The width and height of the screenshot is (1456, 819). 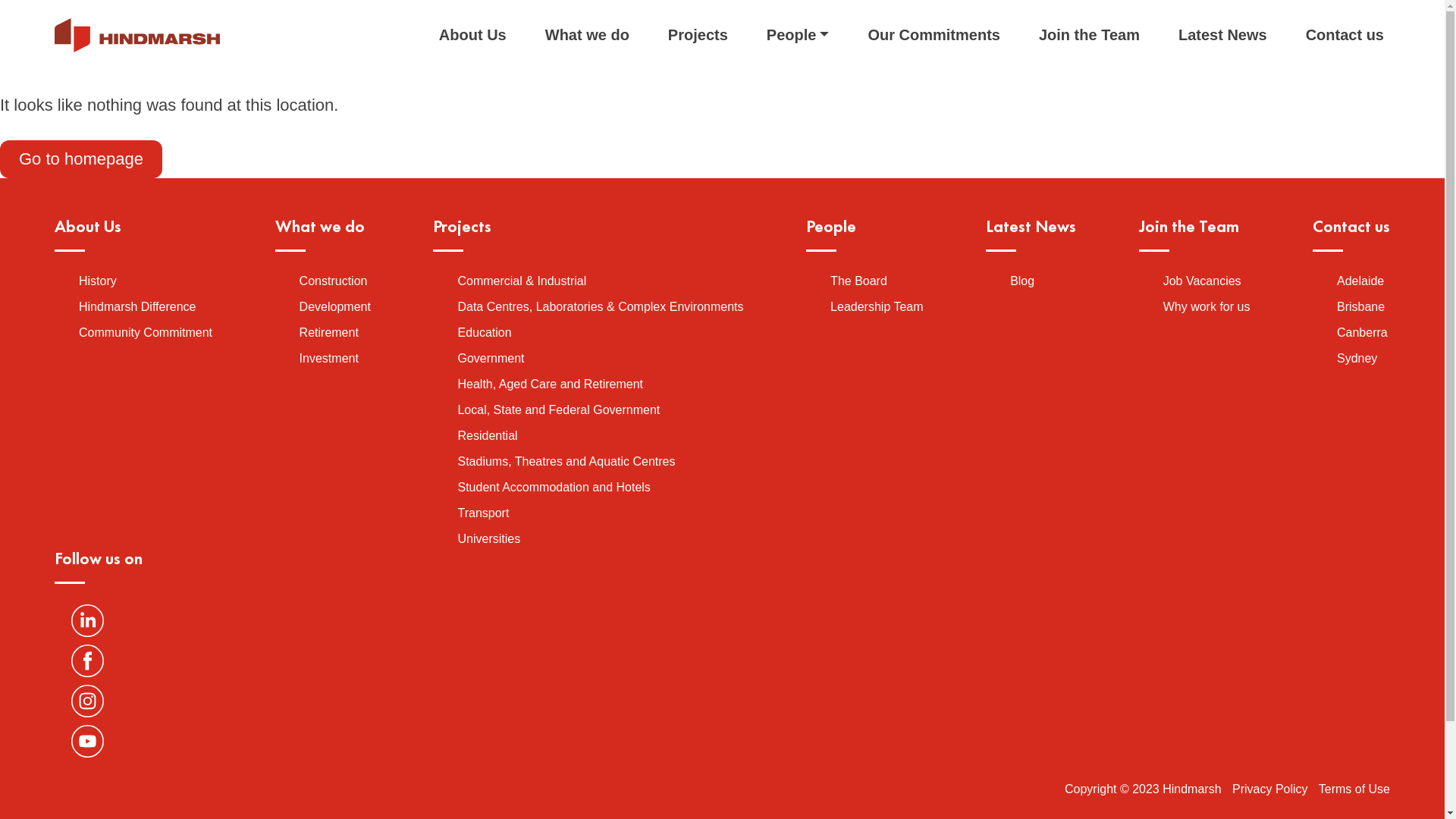 What do you see at coordinates (565, 460) in the screenshot?
I see `'Stadiums, Theatres and Aquatic Centres'` at bounding box center [565, 460].